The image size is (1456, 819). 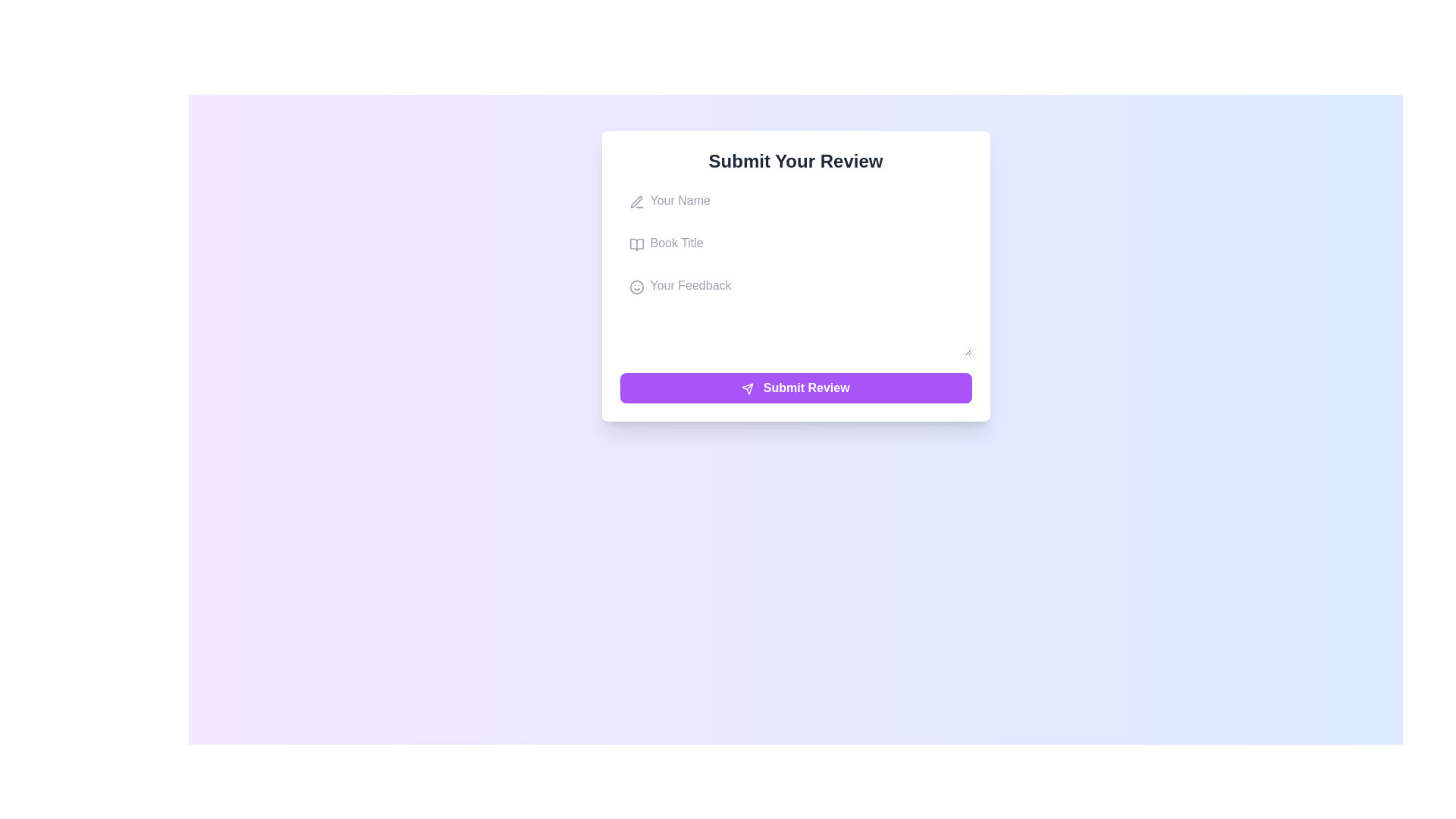 I want to click on the decorative icon located on the left side of the 'Your Feedback' text area in the feedback form, so click(x=636, y=287).